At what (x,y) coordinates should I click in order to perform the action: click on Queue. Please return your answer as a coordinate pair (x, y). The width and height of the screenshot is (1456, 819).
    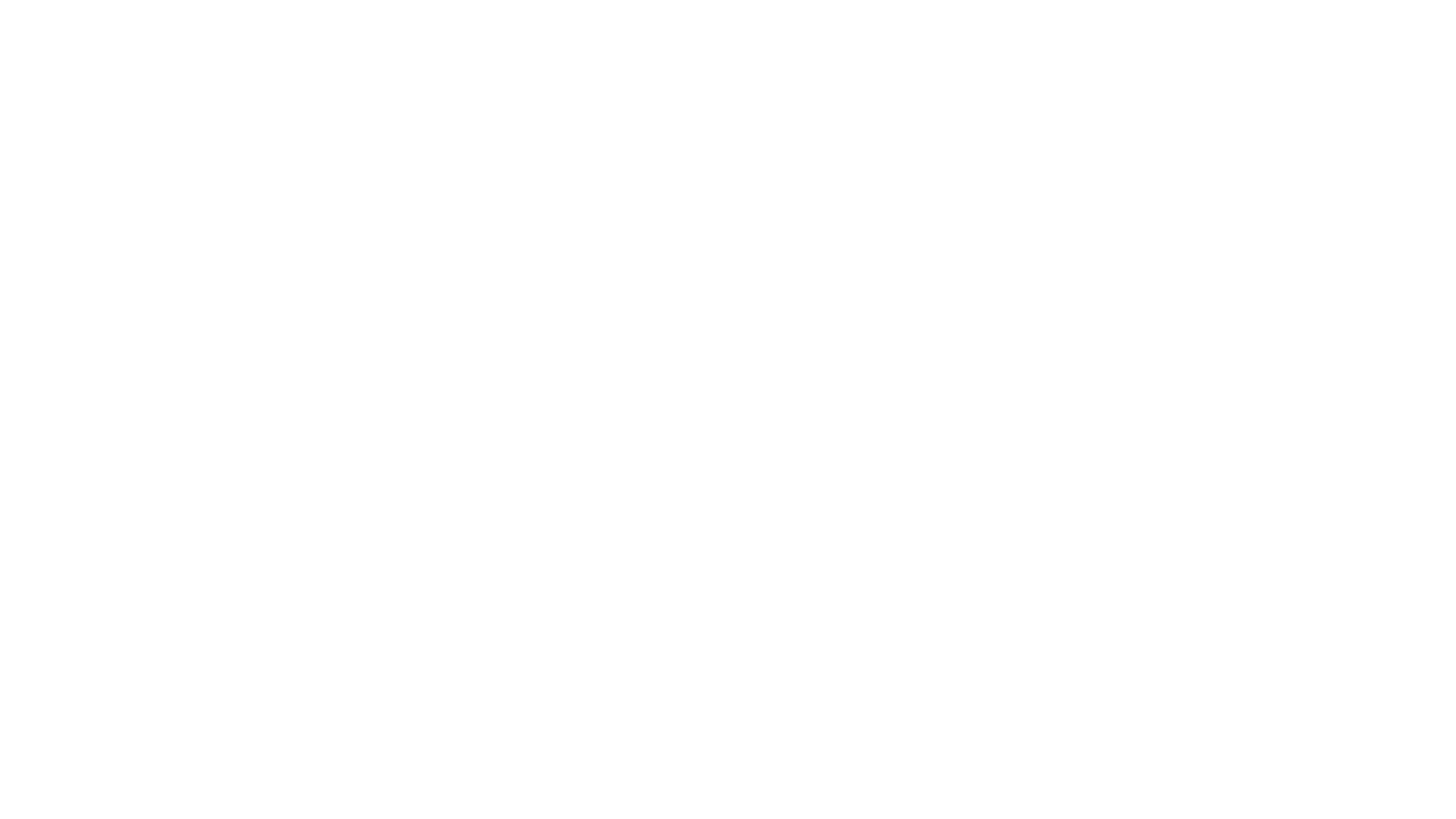
    Looking at the image, I should click on (1401, 788).